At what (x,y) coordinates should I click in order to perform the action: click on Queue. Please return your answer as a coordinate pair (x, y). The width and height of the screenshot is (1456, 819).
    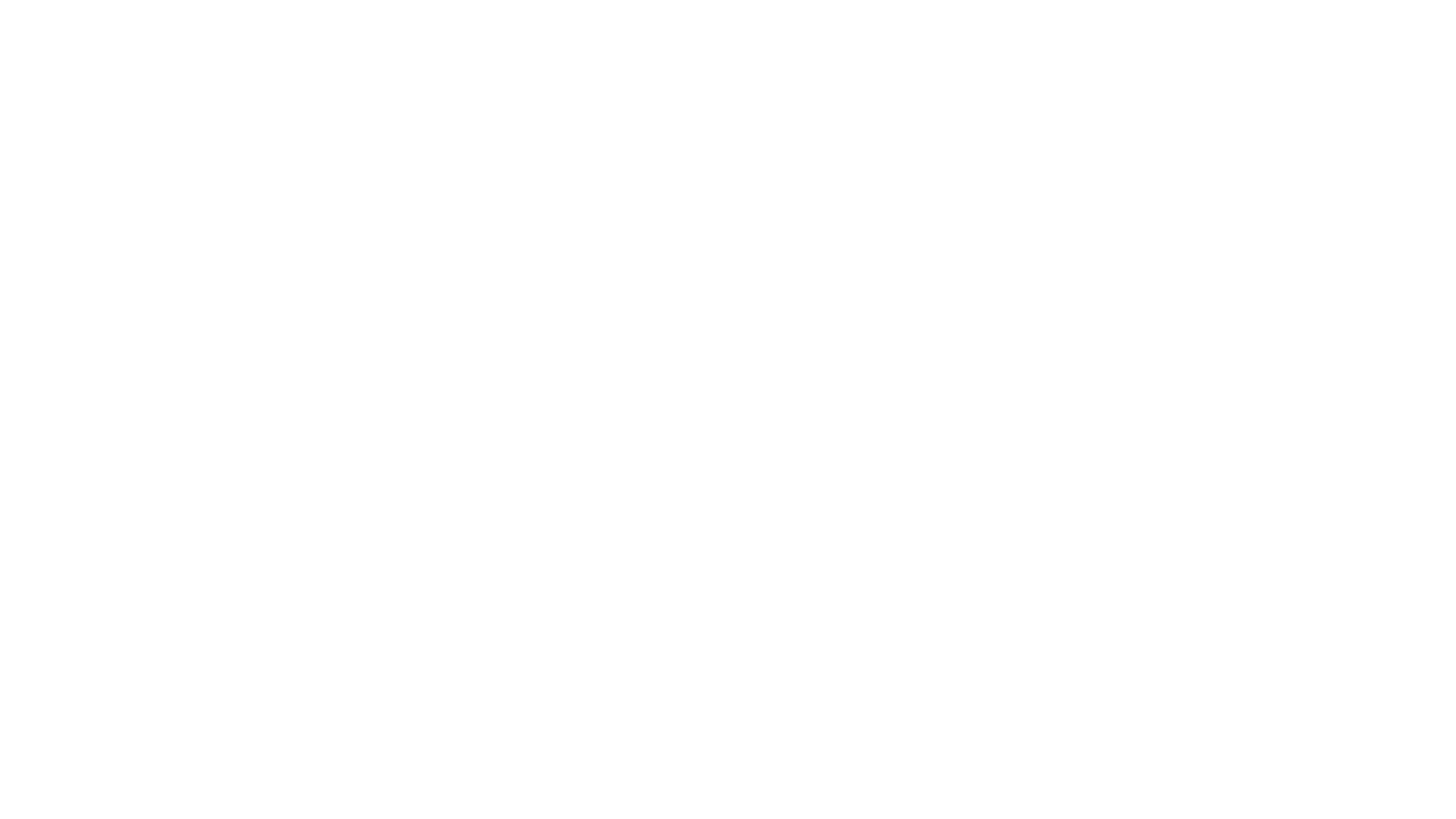
    Looking at the image, I should click on (1401, 788).